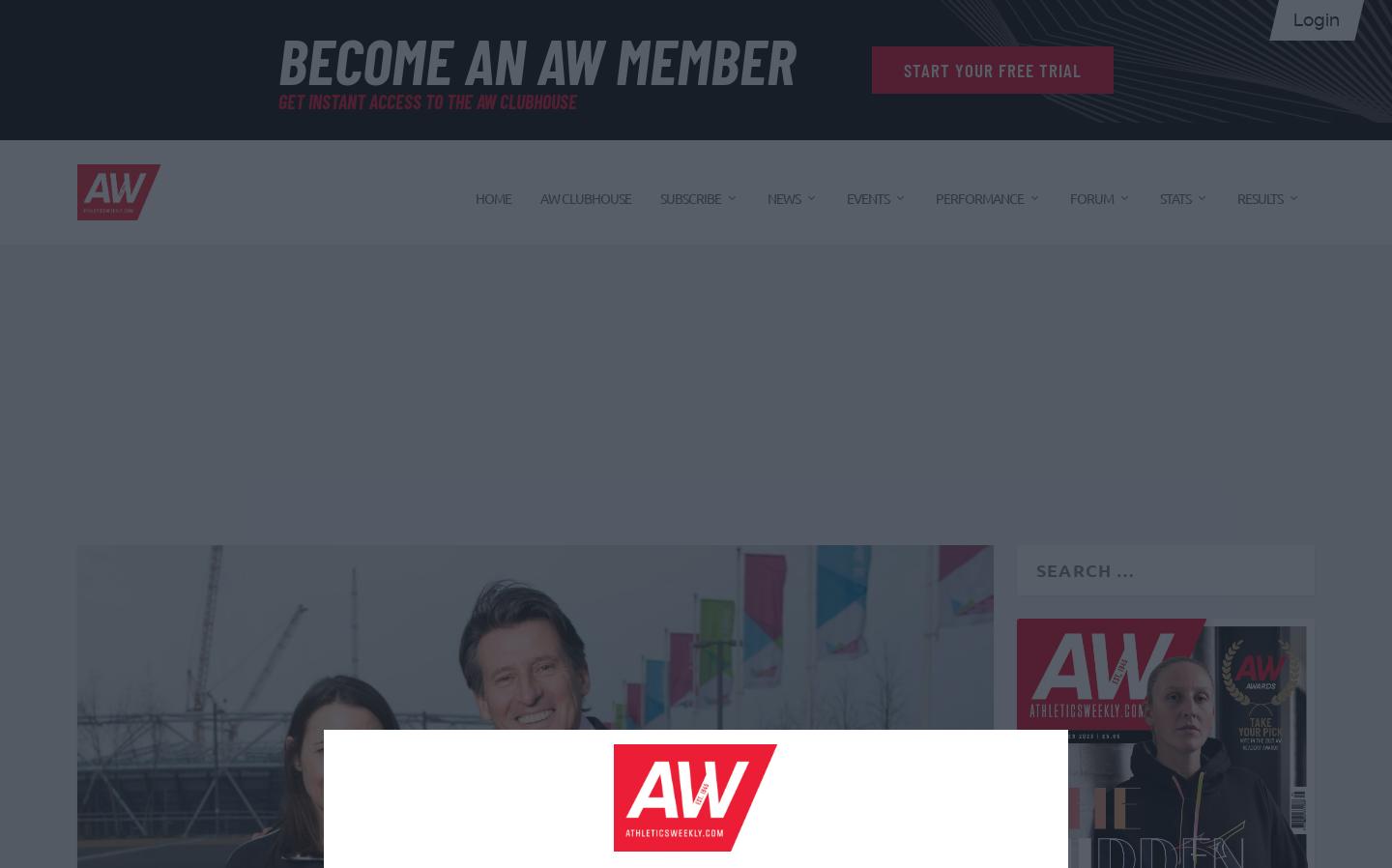 The height and width of the screenshot is (868, 1392). Describe the element at coordinates (716, 285) in the screenshot. I see `'Print magazine'` at that location.